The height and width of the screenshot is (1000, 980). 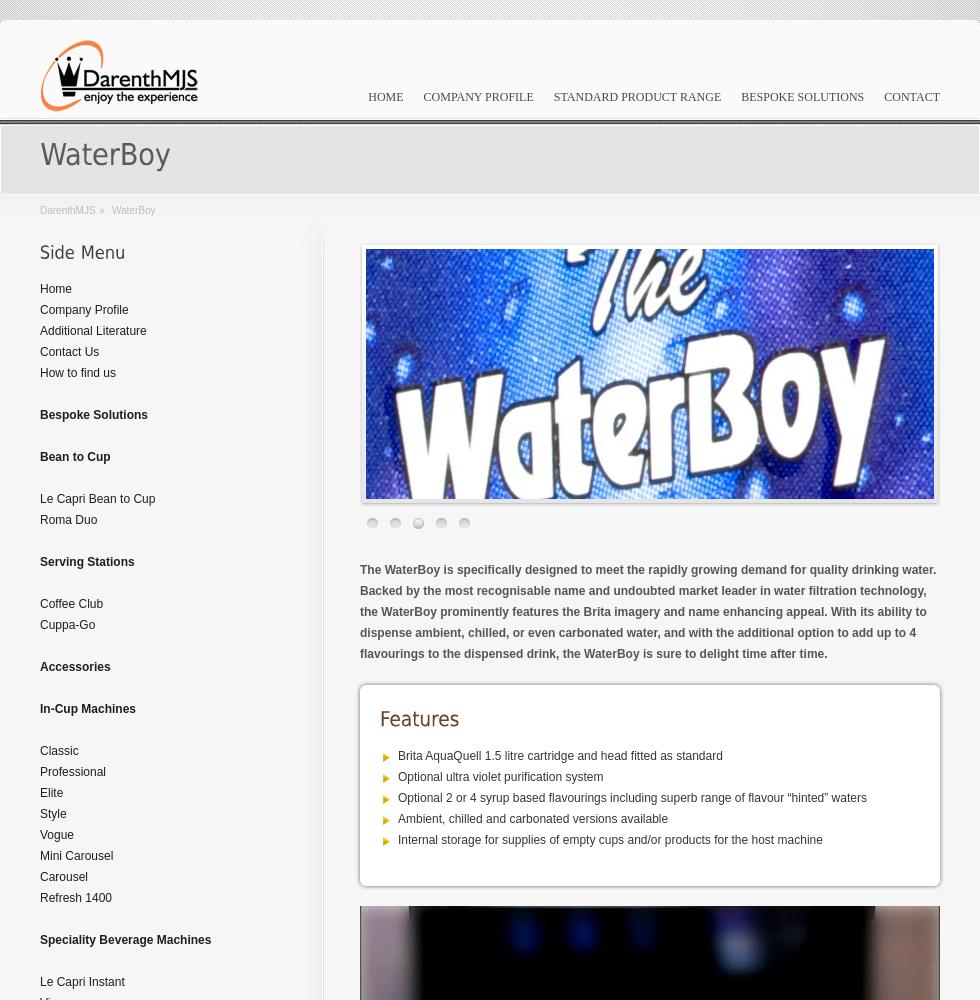 What do you see at coordinates (533, 818) in the screenshot?
I see `'Ambient, chilled and carbonated versions available'` at bounding box center [533, 818].